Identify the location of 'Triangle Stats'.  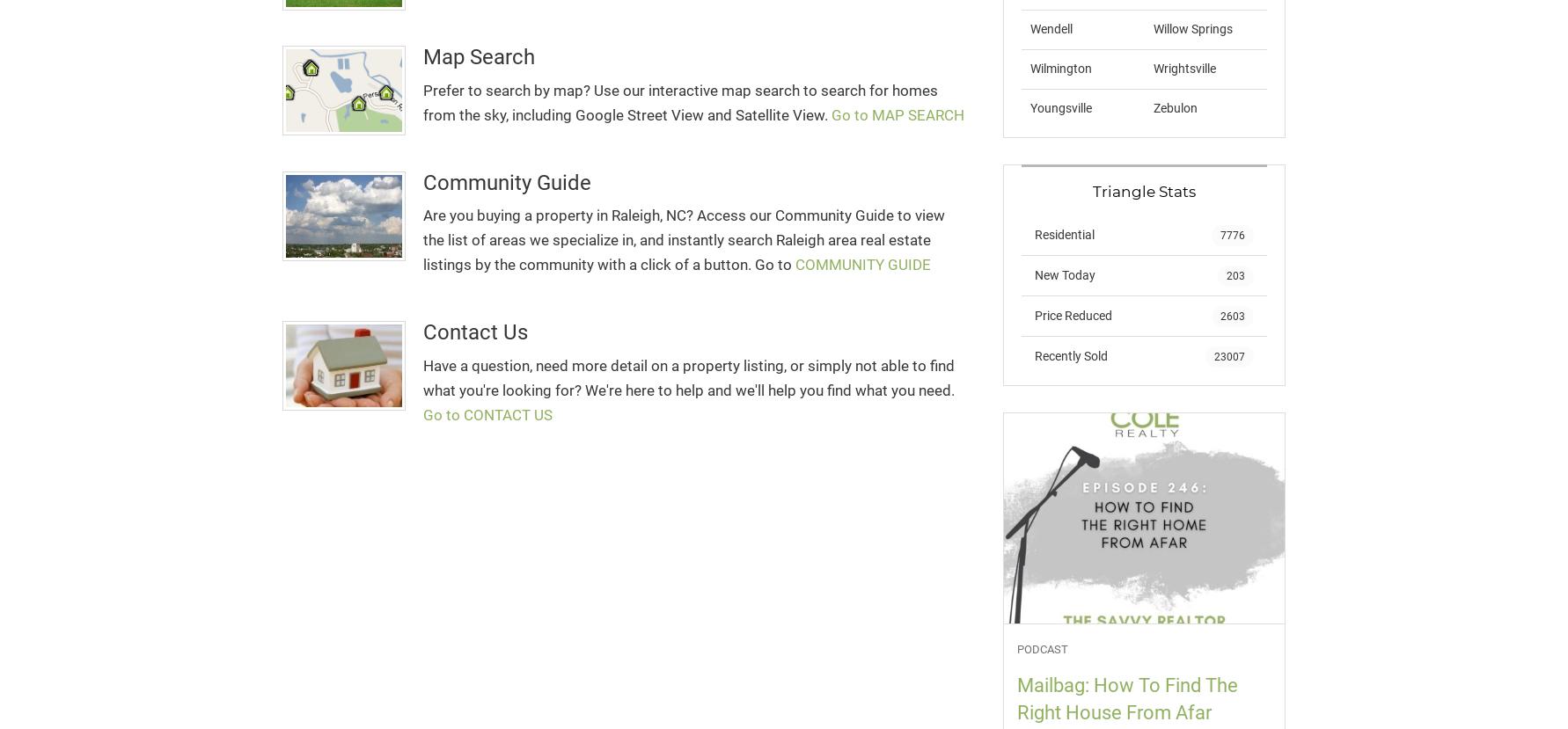
(1144, 190).